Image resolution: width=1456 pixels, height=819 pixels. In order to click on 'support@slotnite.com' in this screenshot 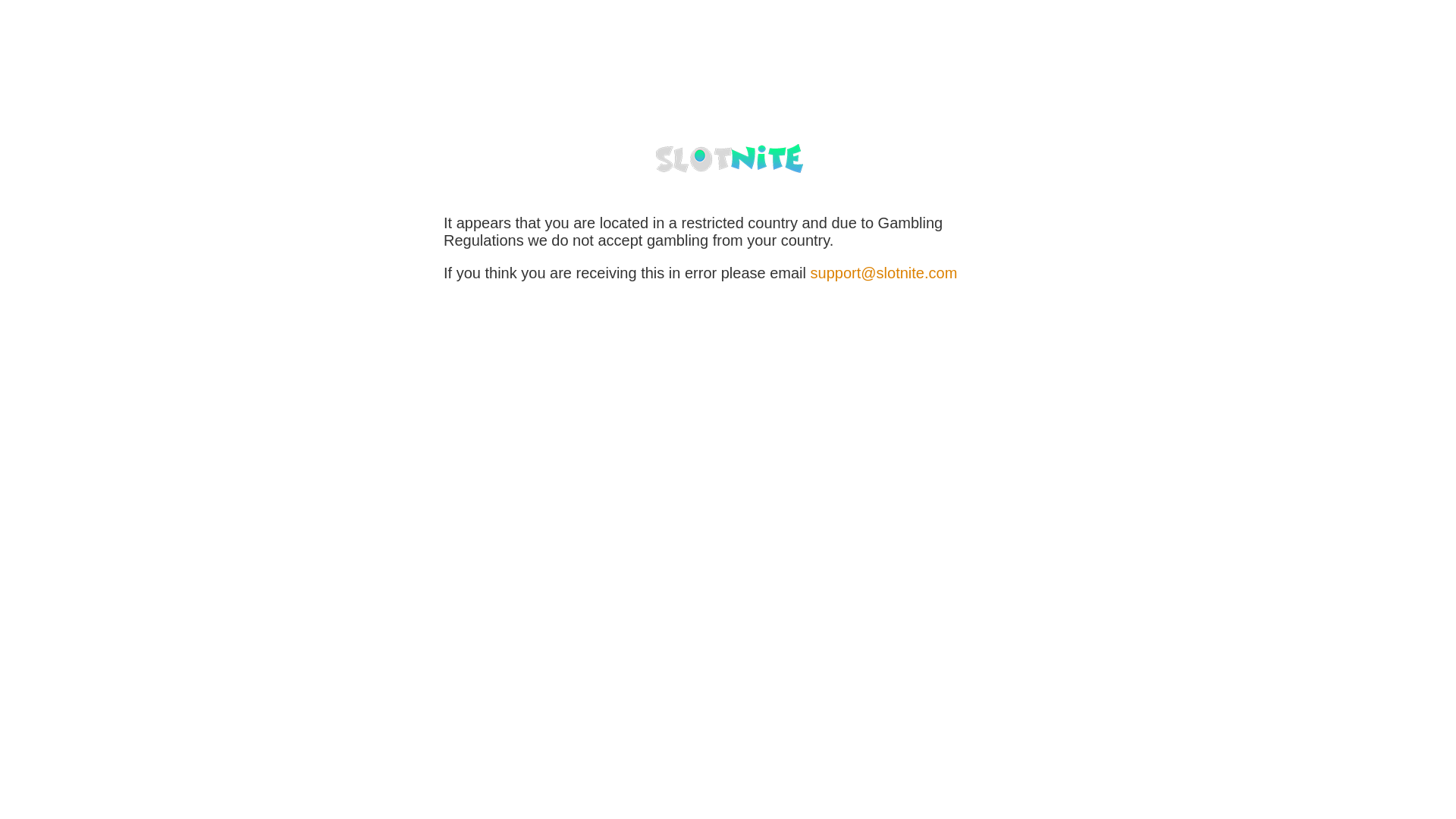, I will do `click(884, 271)`.